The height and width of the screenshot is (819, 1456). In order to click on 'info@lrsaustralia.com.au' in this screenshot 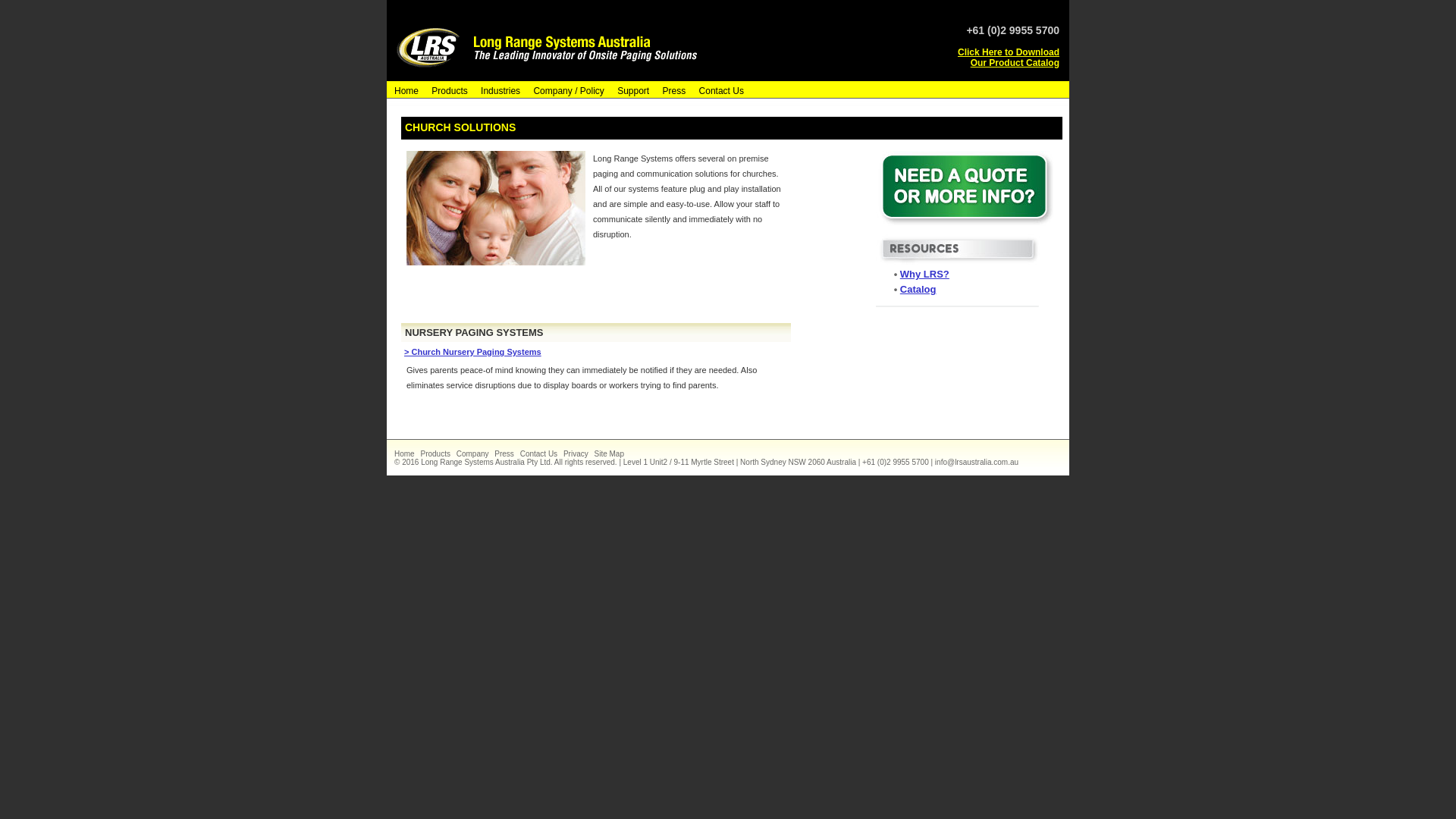, I will do `click(934, 460)`.